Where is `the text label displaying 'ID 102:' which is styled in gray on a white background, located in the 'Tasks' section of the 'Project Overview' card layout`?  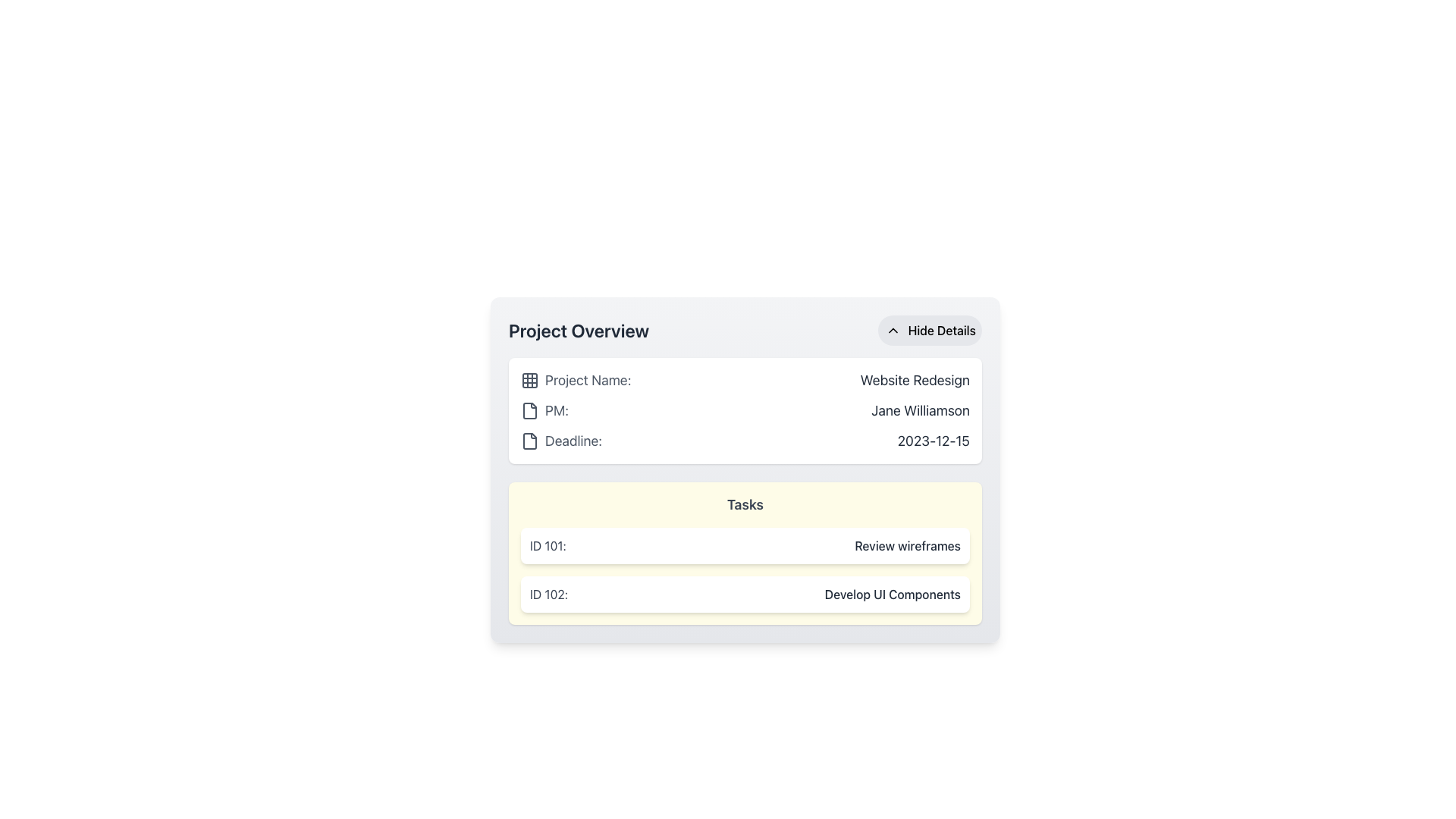
the text label displaying 'ID 102:' which is styled in gray on a white background, located in the 'Tasks' section of the 'Project Overview' card layout is located at coordinates (548, 593).